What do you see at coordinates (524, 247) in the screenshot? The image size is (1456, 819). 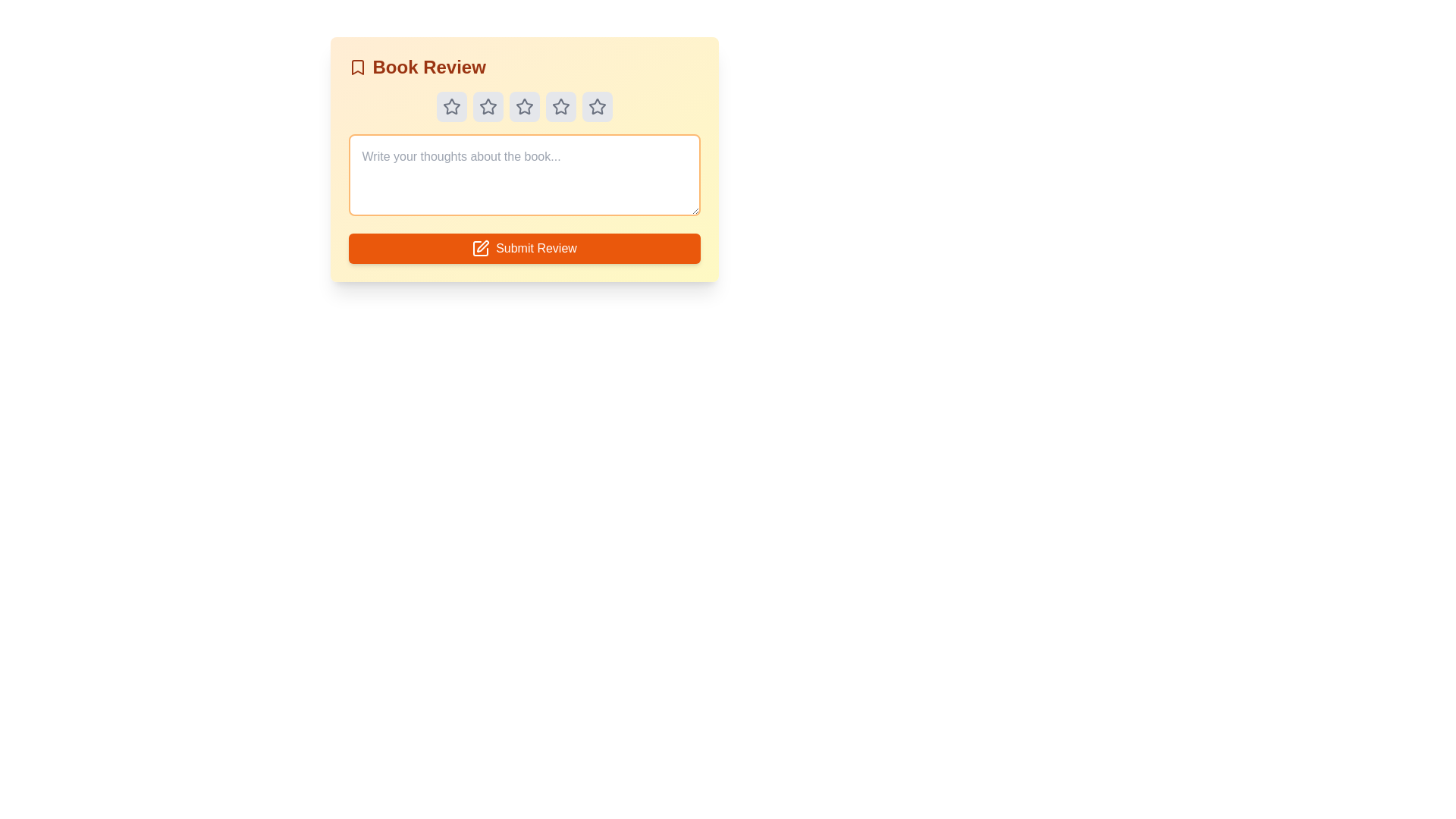 I see `the 'Submit Review' button to submit the review` at bounding box center [524, 247].